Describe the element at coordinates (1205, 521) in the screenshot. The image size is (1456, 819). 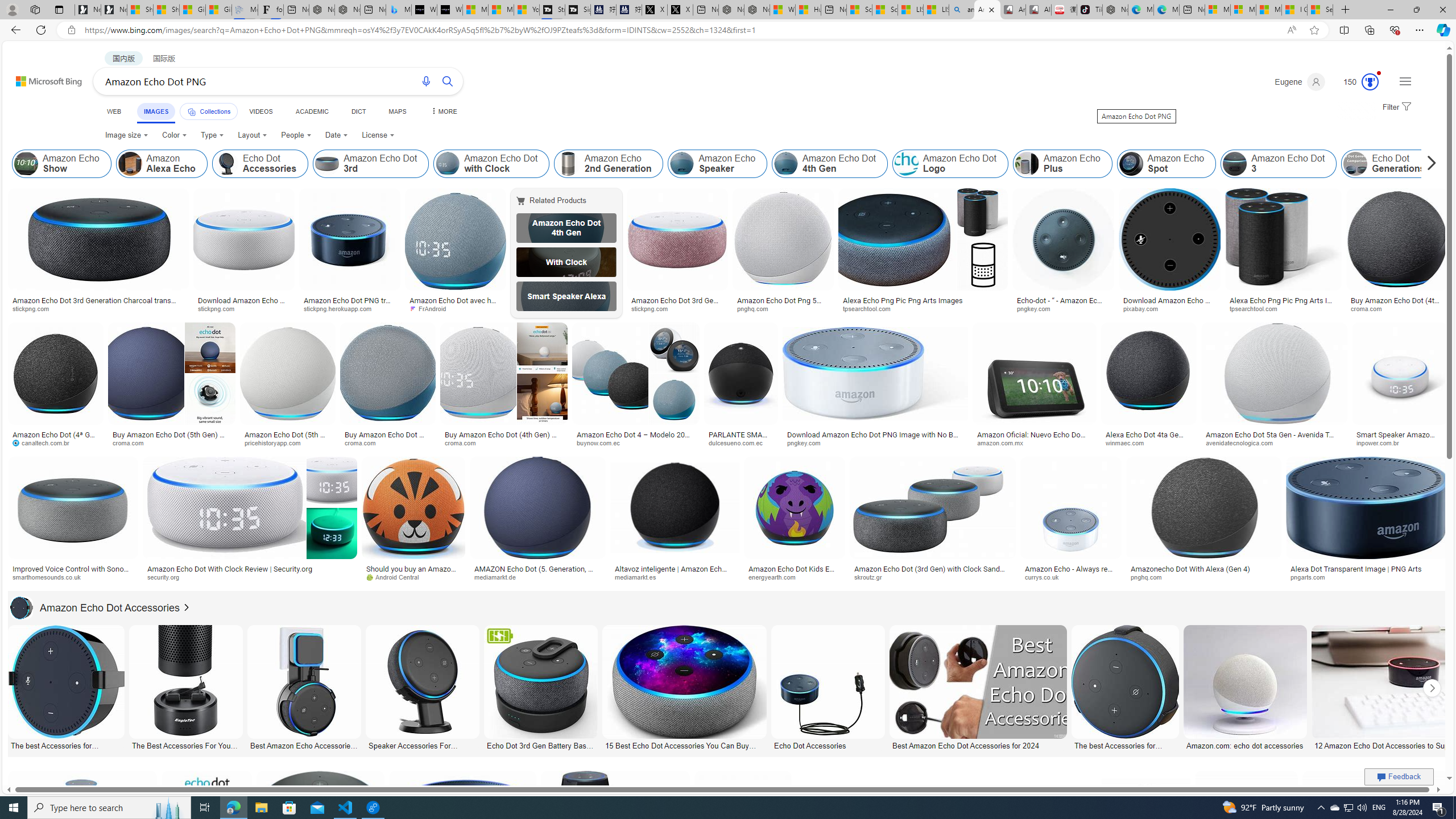
I see `'Amazonecho Dot With Alexa (Gen 4)pnghq.comSave'` at that location.